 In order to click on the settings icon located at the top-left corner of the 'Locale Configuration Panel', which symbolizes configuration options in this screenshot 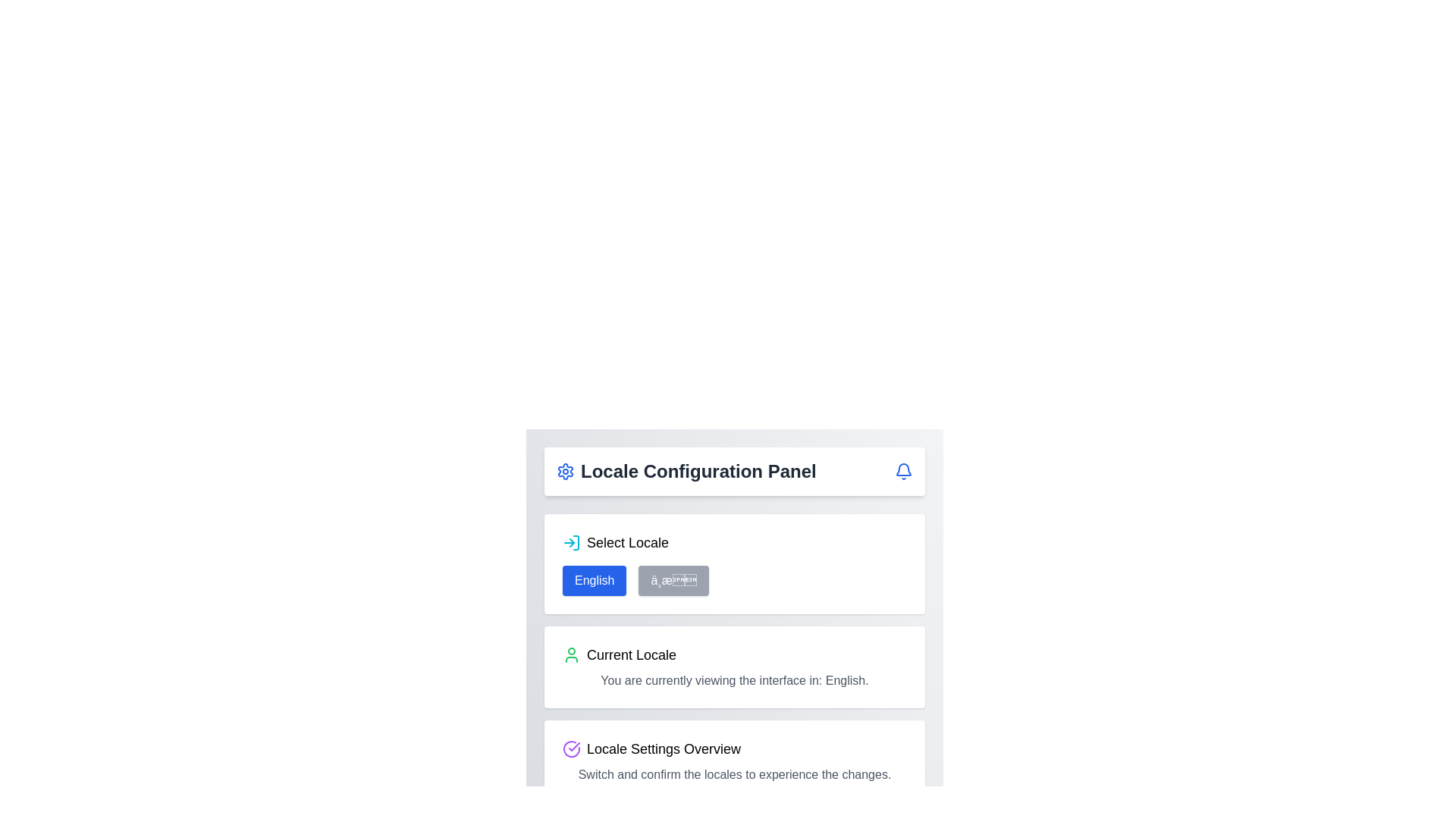, I will do `click(564, 470)`.